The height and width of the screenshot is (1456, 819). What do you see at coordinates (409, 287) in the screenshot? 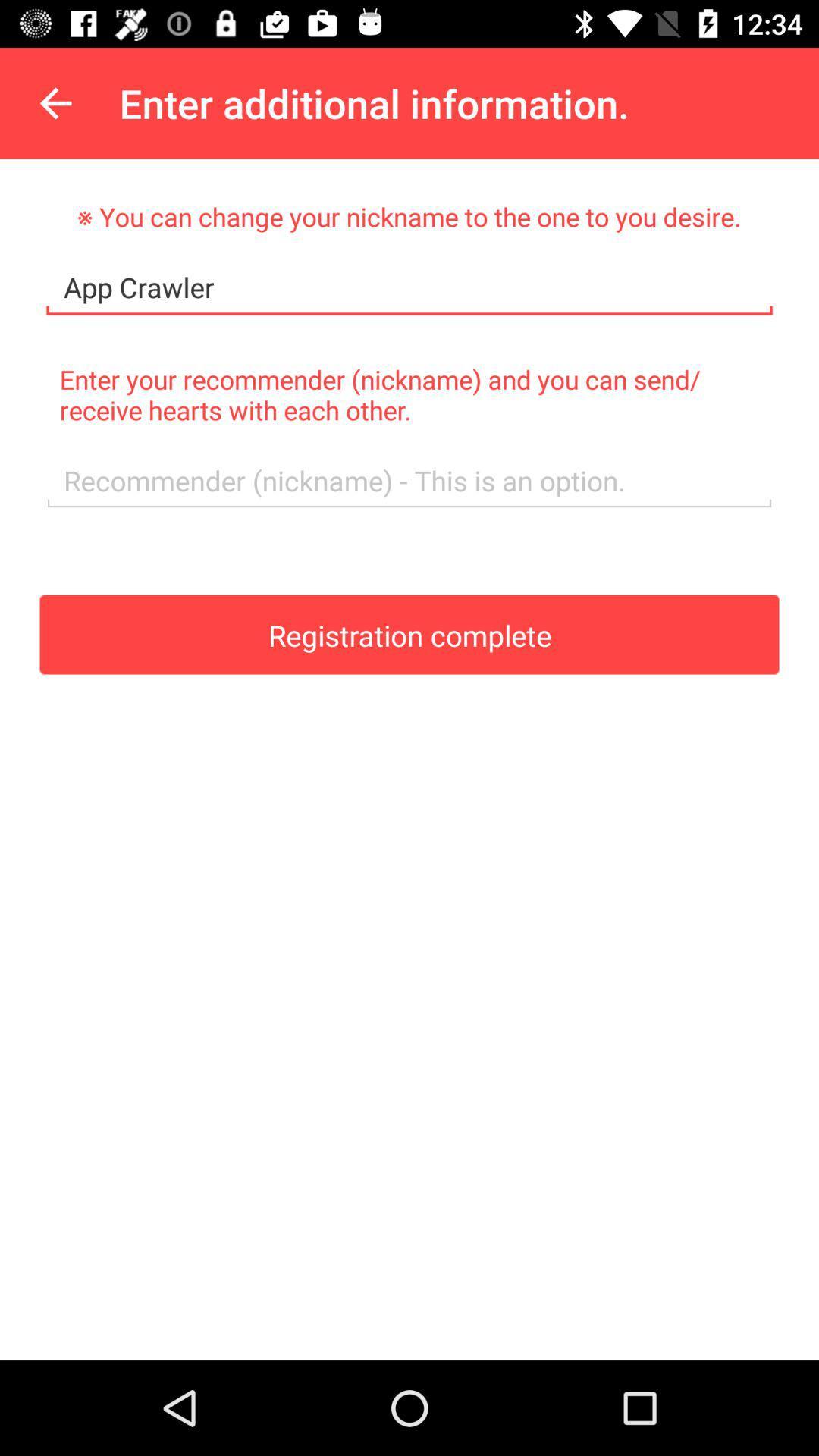
I see `icon above enter your recommender` at bounding box center [409, 287].